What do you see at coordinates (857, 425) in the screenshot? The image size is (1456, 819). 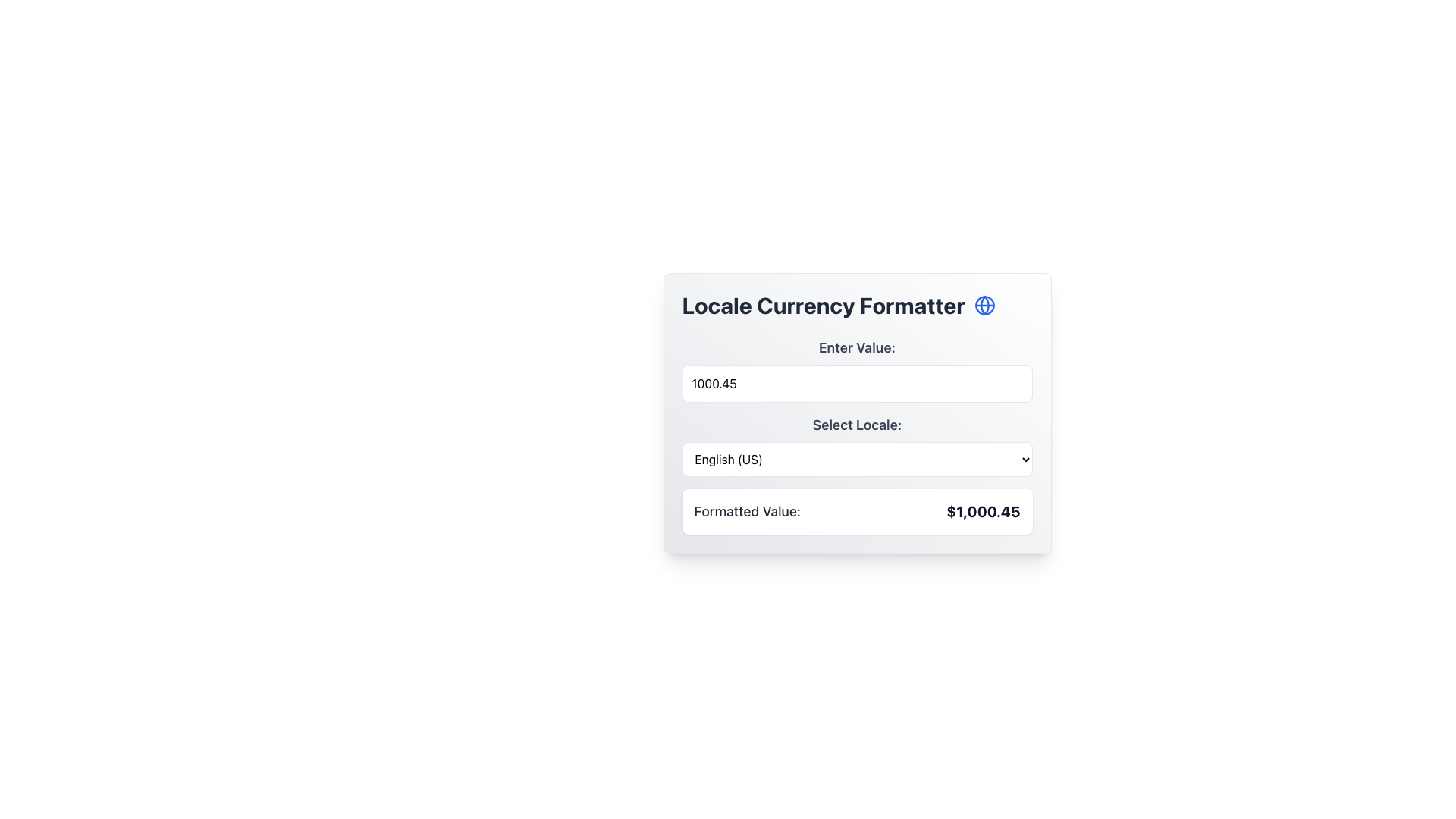 I see `the header text that instructs users to 'Select Locale' above the dropdown menu in the 'Locale Selector' component` at bounding box center [857, 425].